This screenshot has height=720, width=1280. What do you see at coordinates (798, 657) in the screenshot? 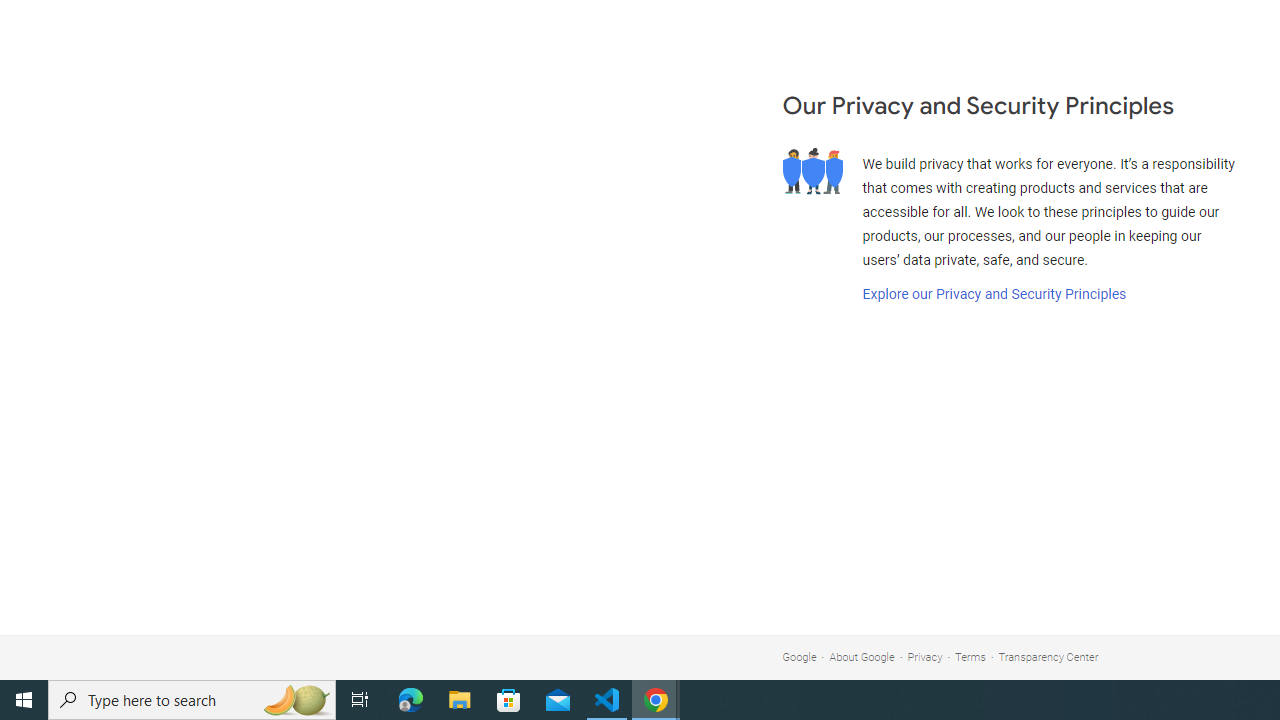
I see `'Google'` at bounding box center [798, 657].